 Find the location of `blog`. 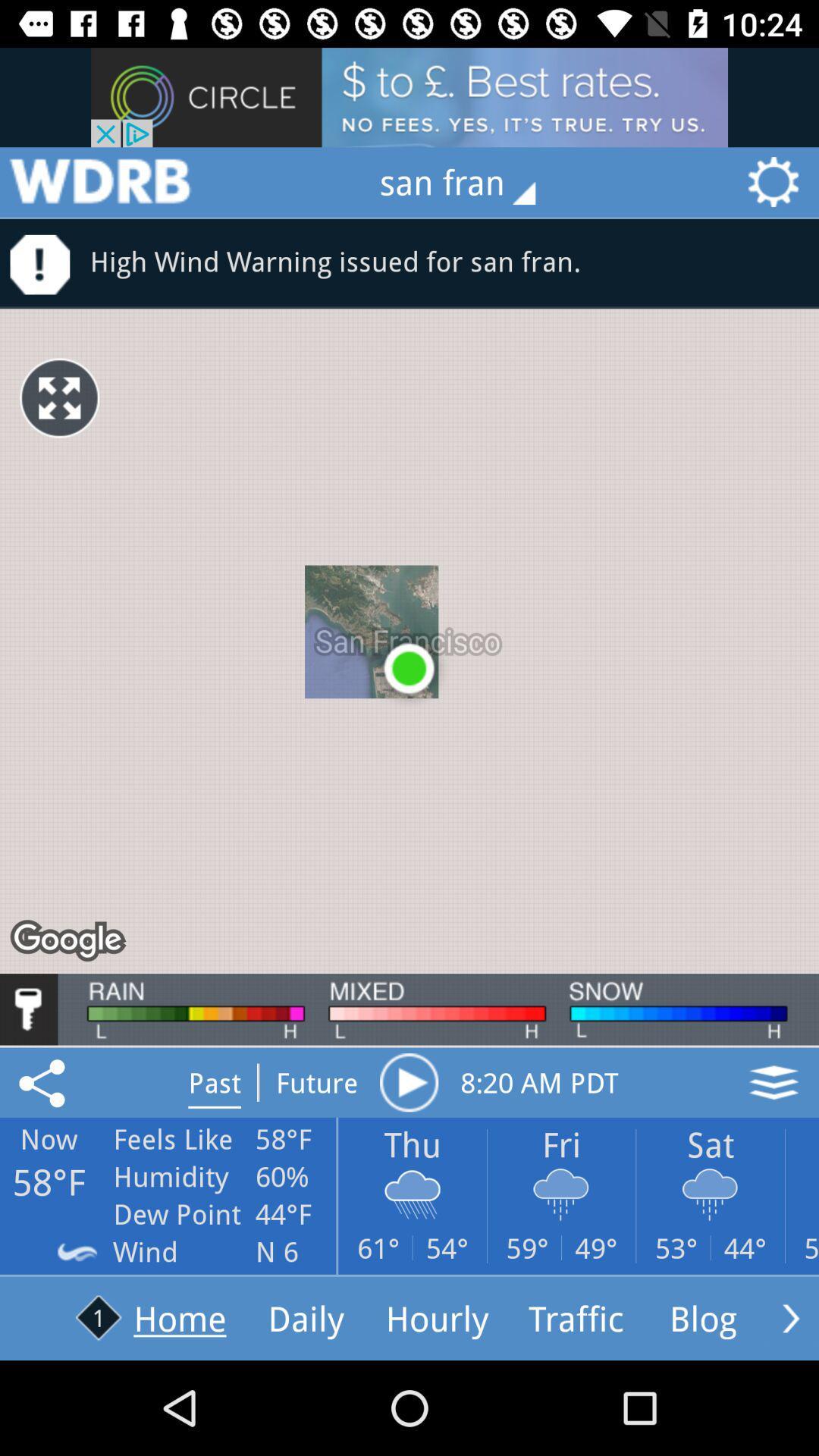

blog is located at coordinates (790, 1317).